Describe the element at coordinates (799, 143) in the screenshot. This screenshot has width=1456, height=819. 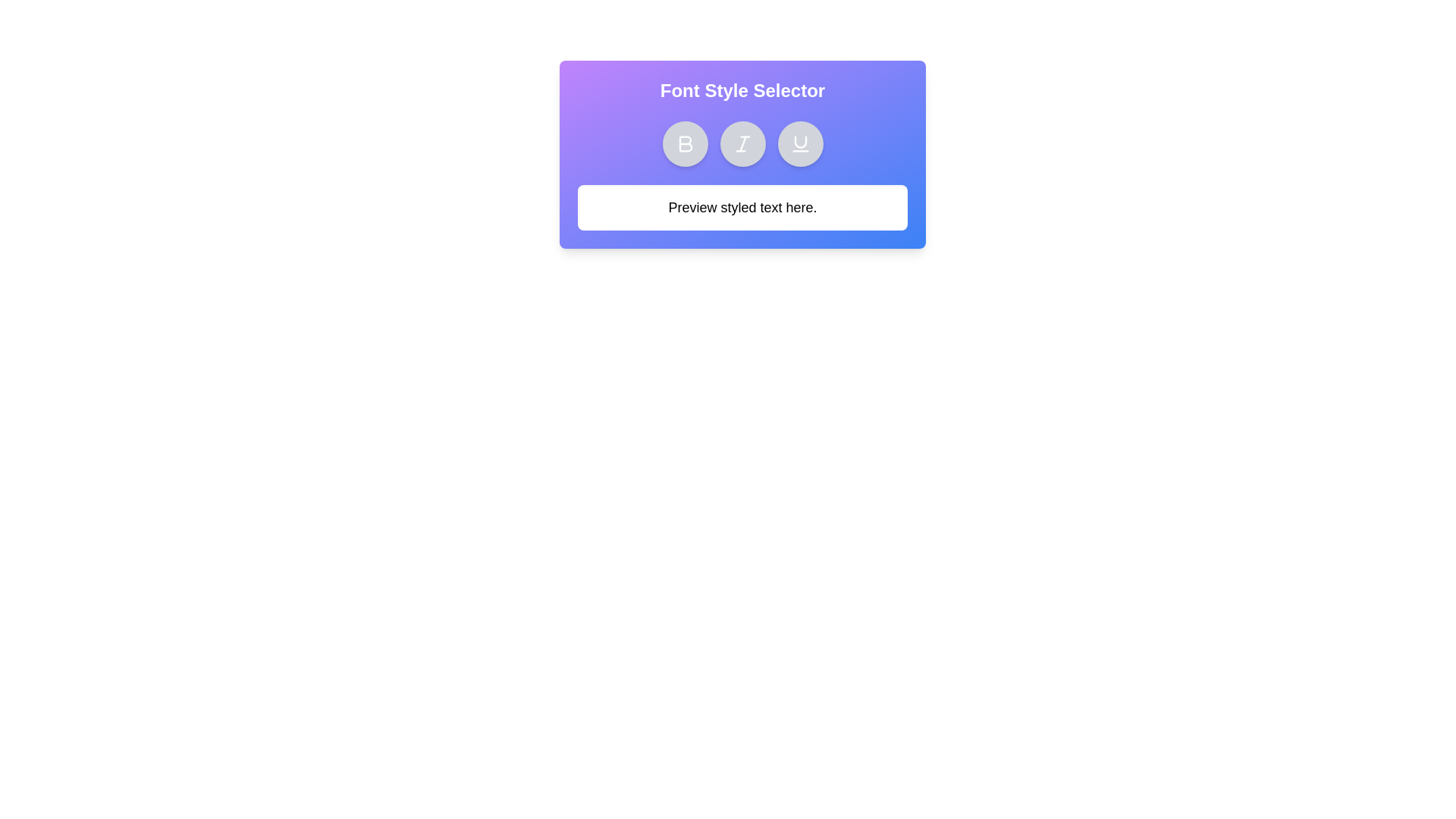
I see `the underline button to toggle the underline font style` at that location.